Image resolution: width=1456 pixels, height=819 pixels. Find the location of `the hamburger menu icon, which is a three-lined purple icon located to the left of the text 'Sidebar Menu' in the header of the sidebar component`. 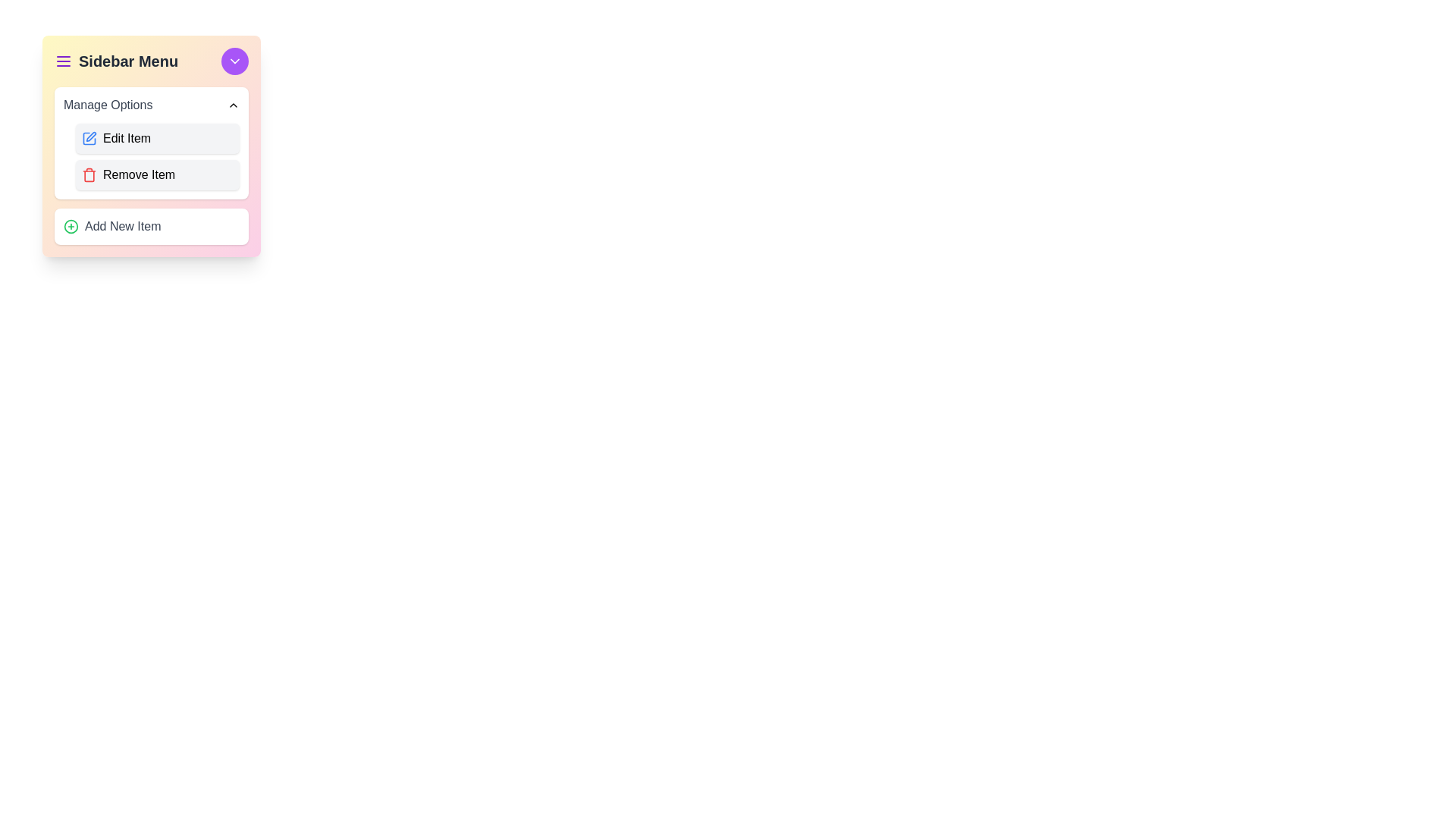

the hamburger menu icon, which is a three-lined purple icon located to the left of the text 'Sidebar Menu' in the header of the sidebar component is located at coordinates (62, 61).